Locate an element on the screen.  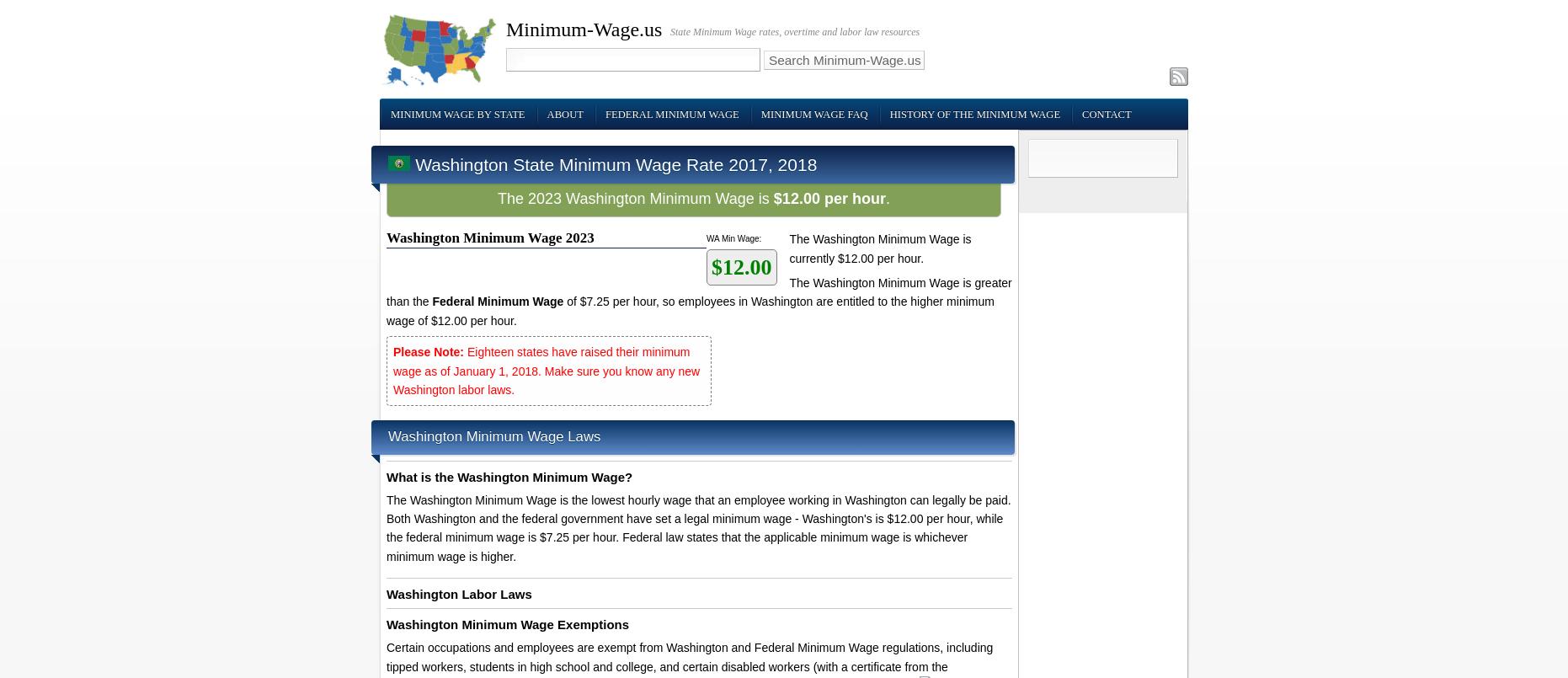
'Washington Minimum Wage 2023' is located at coordinates (489, 238).